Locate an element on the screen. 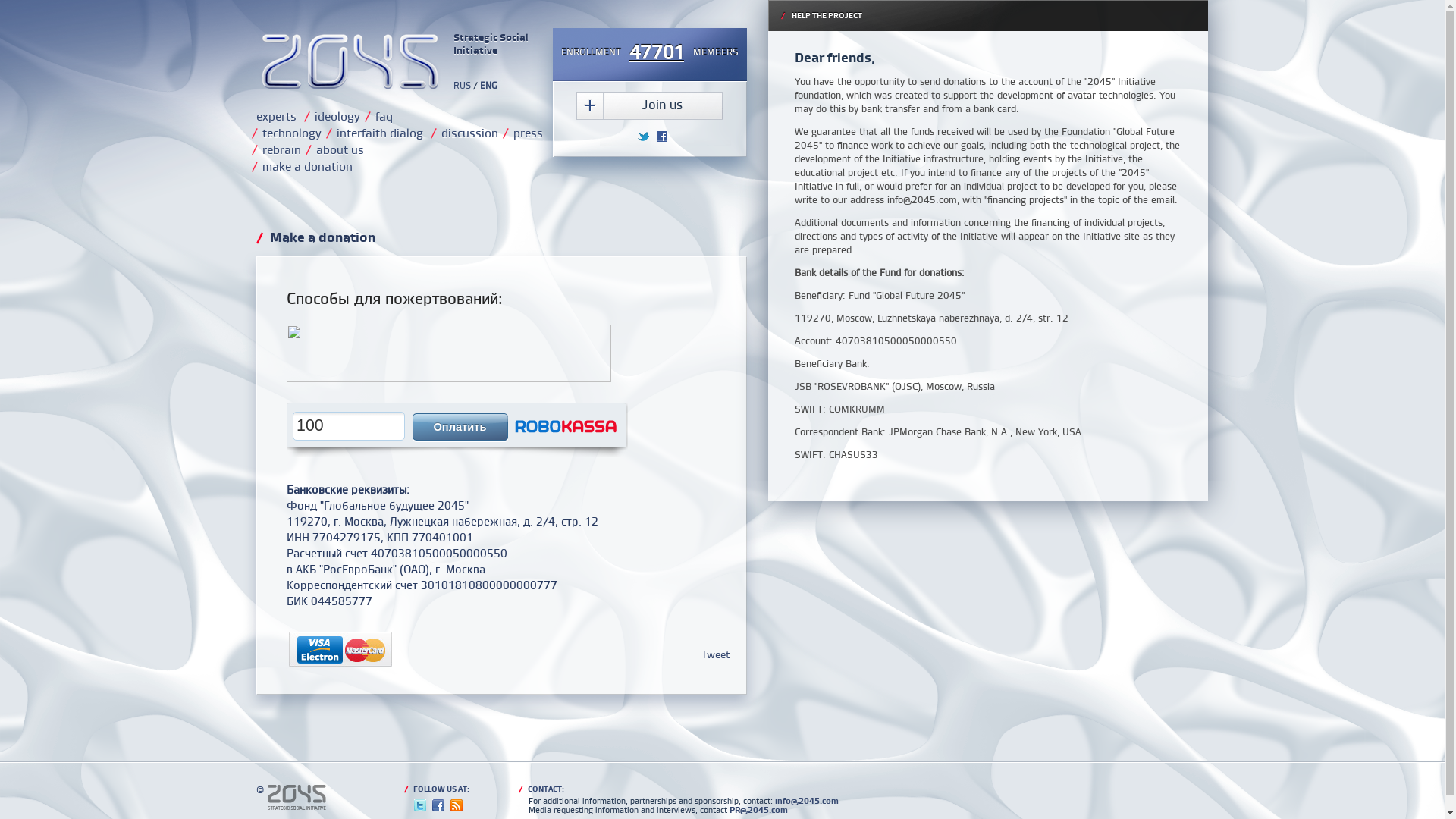  'faq' is located at coordinates (383, 115).